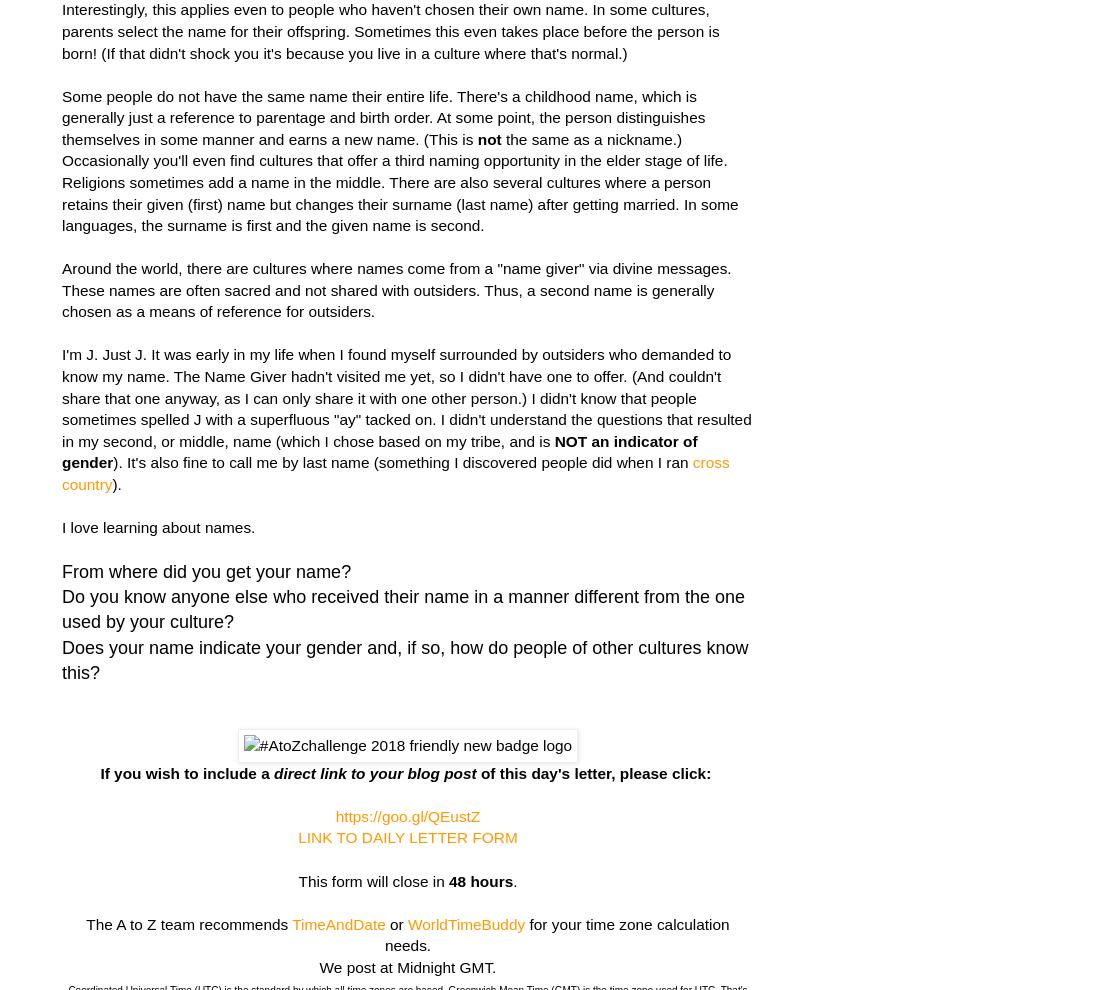 The image size is (1098, 990). I want to click on 'Does your name indicate your gender and, if so, how do people of other cultures know this?', so click(404, 659).